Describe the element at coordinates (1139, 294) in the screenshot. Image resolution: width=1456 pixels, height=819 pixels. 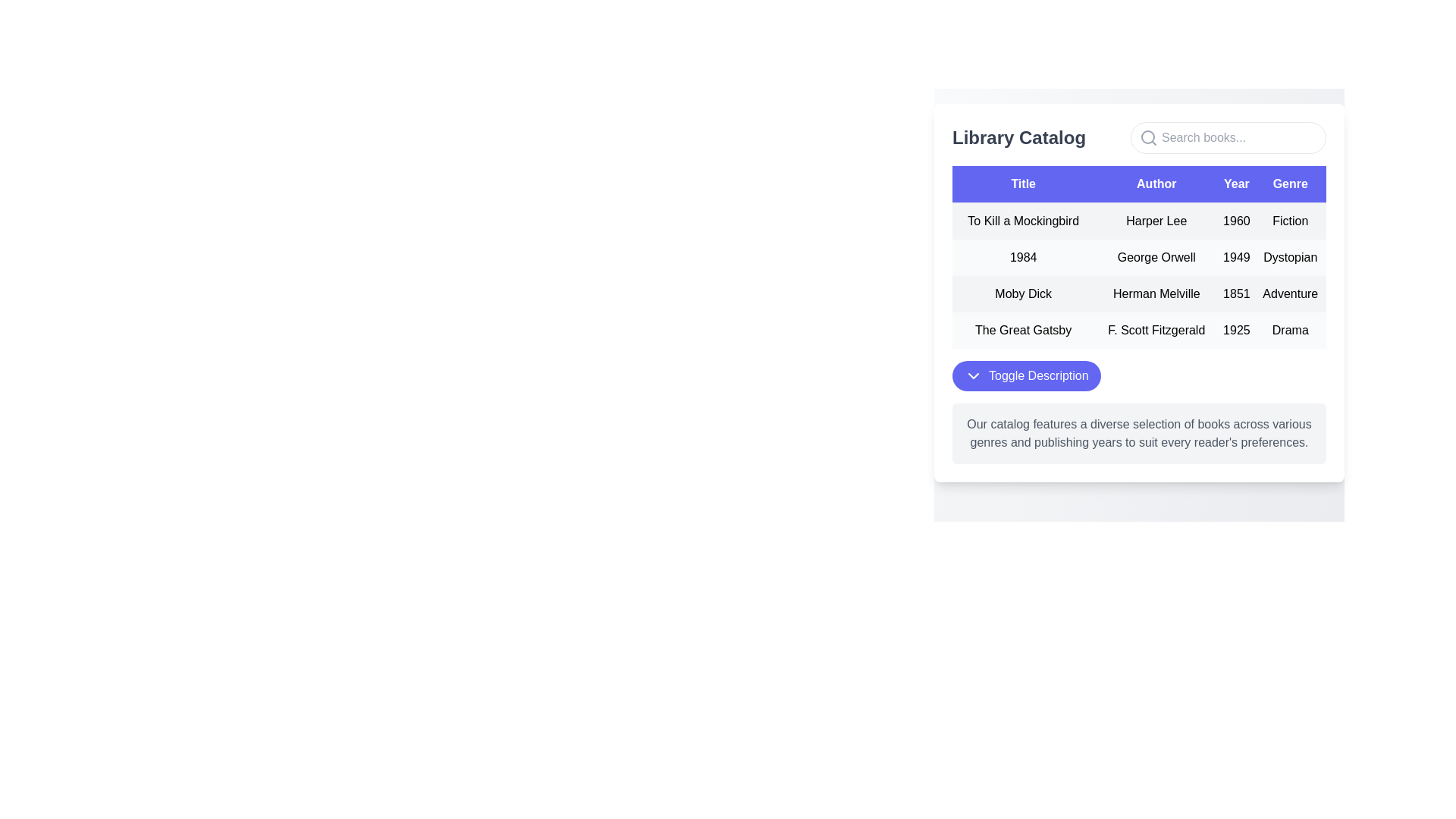
I see `the table row containing the book information for 'Moby Dick' by Herman Melville, which is the third row in the 'Library Catalog' section of the data table` at that location.